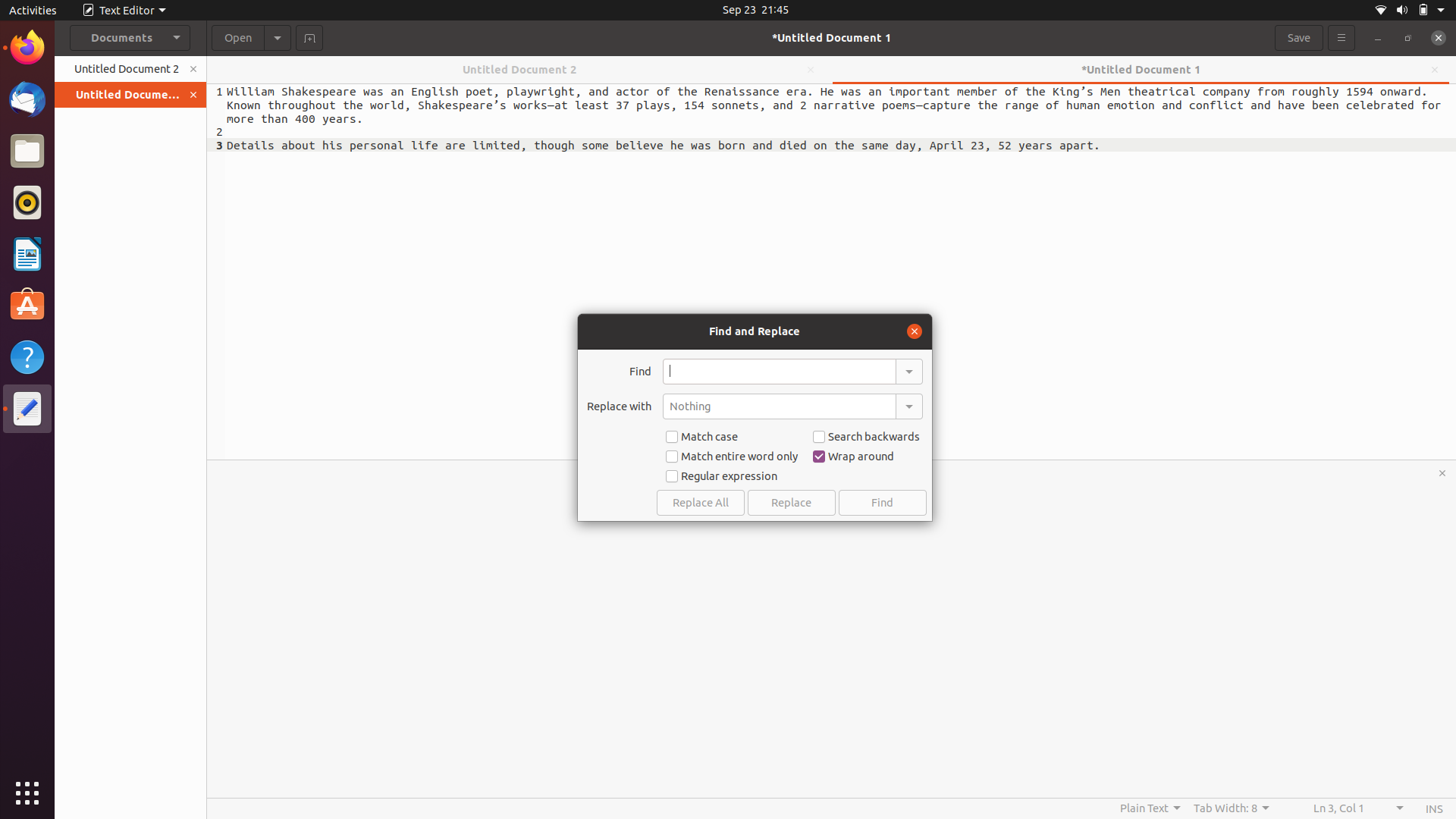 The width and height of the screenshot is (1456, 819). Describe the element at coordinates (779, 371) in the screenshot. I see `Substitute the word "book" with "novel" in the entire document` at that location.